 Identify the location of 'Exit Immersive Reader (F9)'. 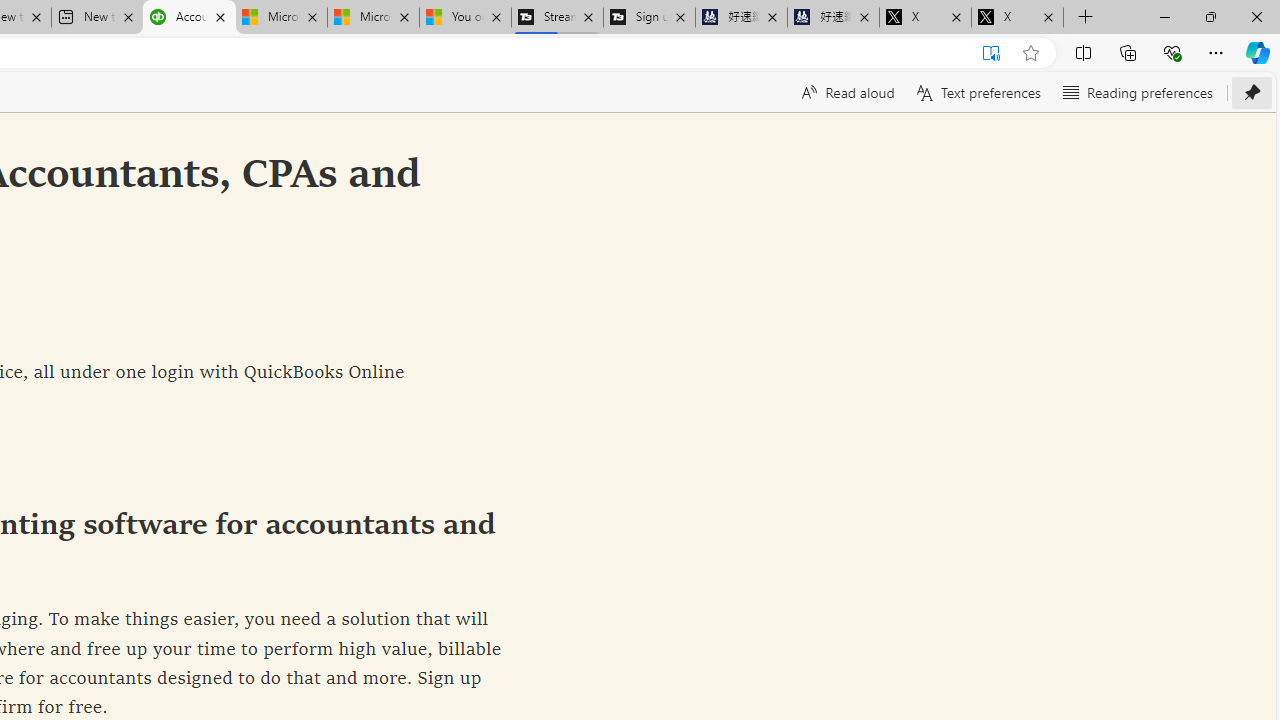
(991, 52).